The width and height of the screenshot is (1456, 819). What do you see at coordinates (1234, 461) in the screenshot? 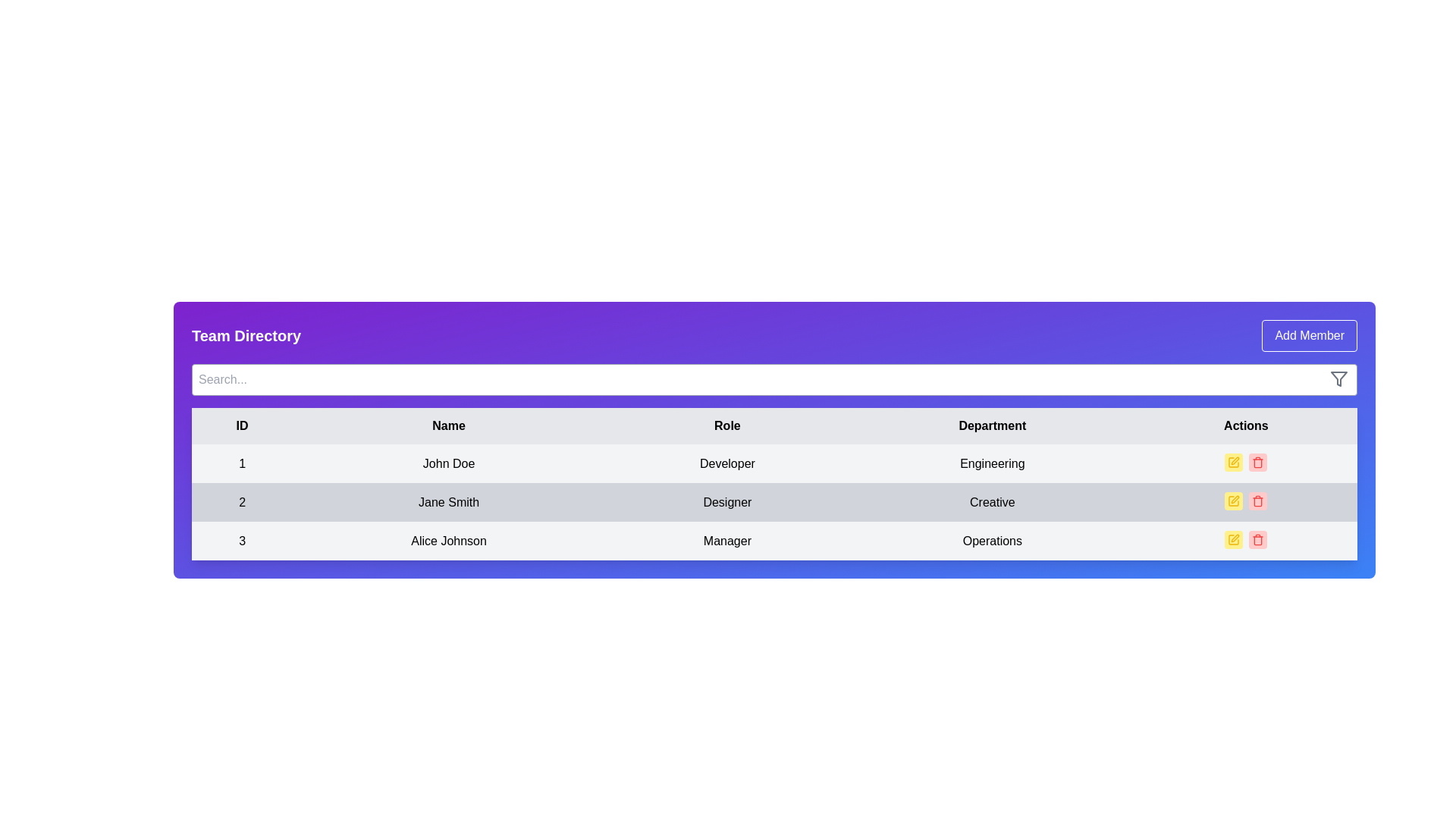
I see `the yellow rounded button with a pen icon in the first row of action buttons` at bounding box center [1234, 461].